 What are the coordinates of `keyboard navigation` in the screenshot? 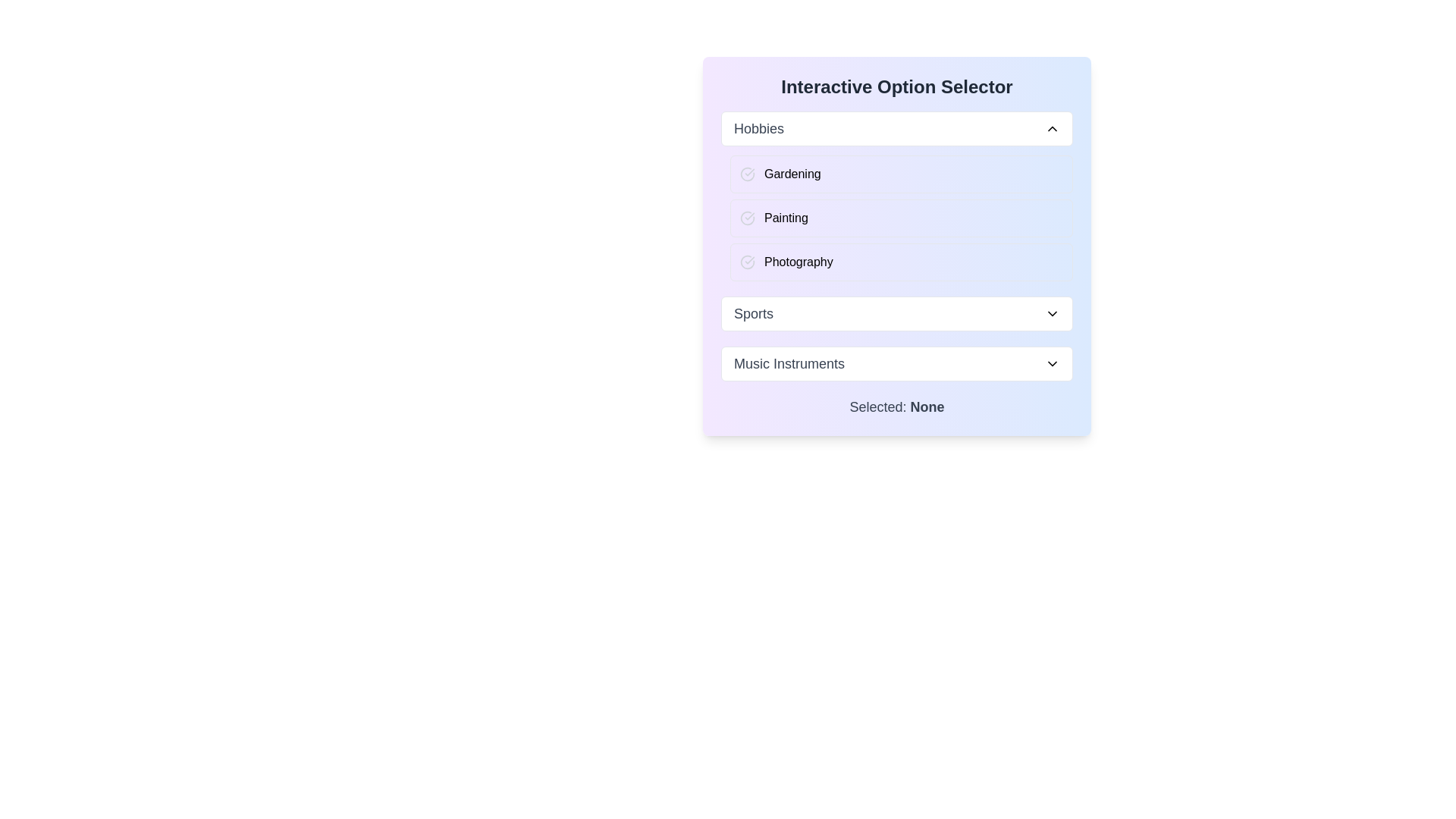 It's located at (896, 363).